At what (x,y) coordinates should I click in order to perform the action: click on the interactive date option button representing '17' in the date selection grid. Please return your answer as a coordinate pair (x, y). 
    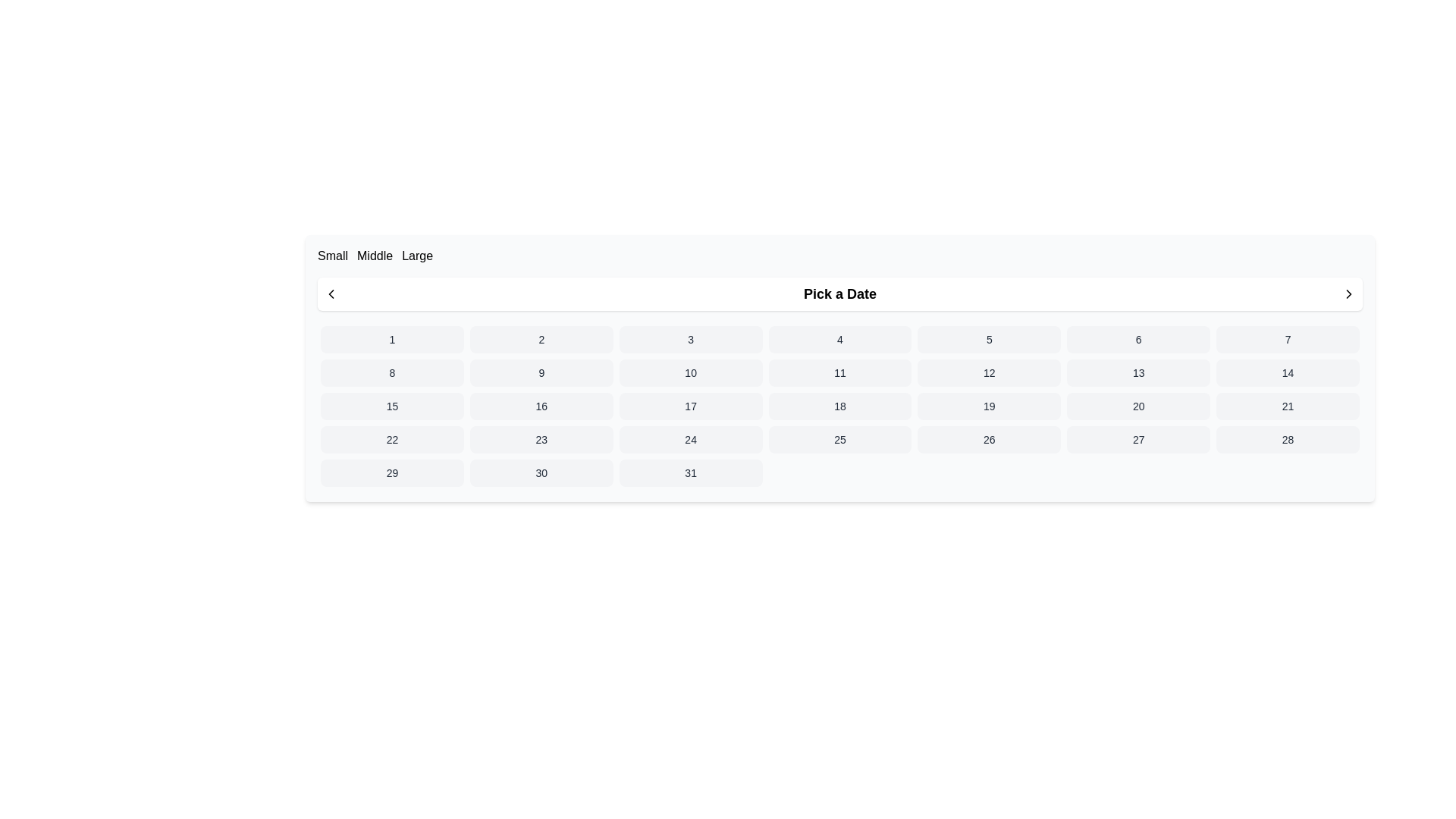
    Looking at the image, I should click on (690, 406).